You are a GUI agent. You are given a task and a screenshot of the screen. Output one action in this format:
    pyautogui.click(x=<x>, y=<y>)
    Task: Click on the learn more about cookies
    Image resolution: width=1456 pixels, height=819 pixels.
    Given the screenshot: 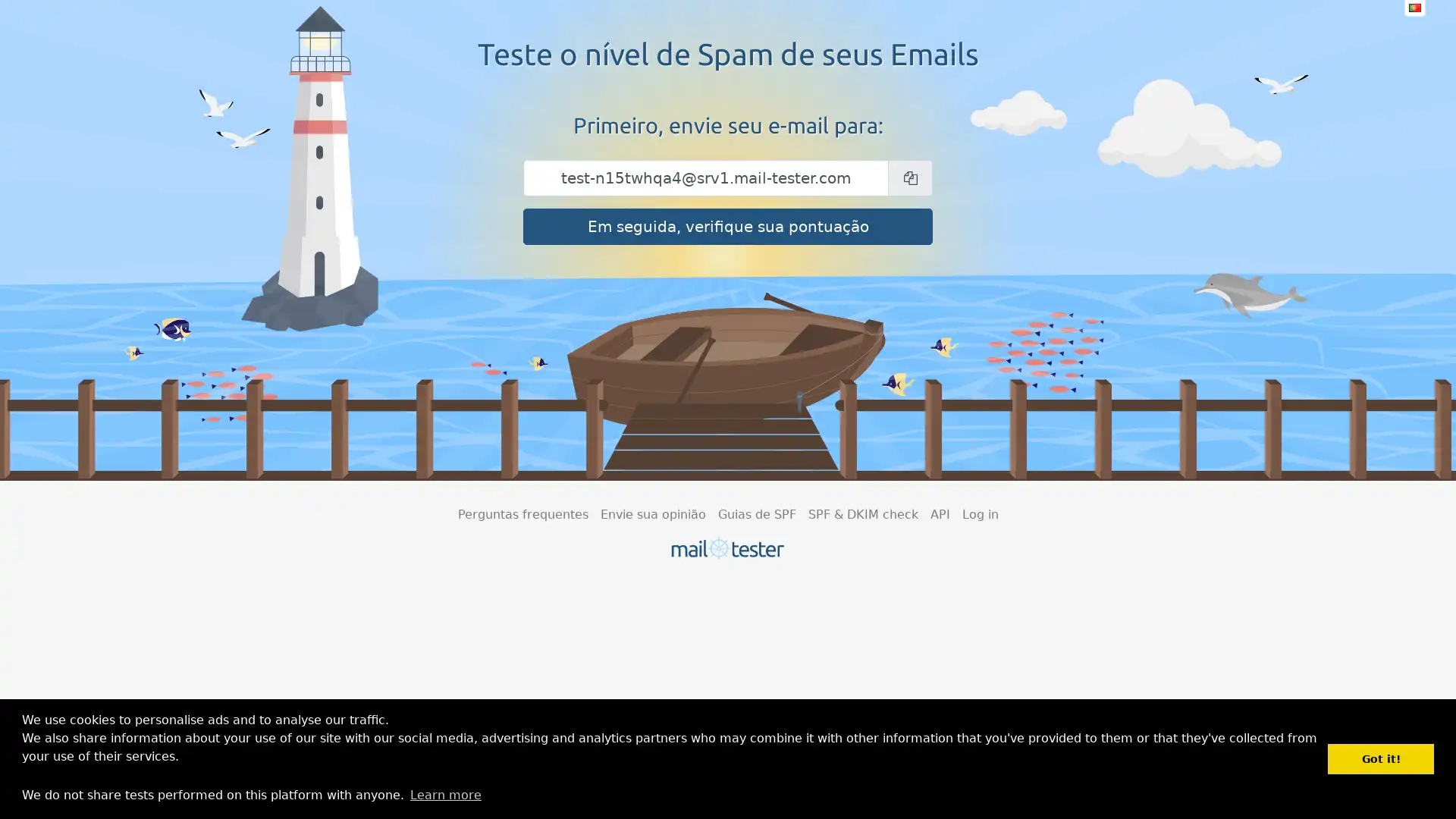 What is the action you would take?
    pyautogui.click(x=444, y=794)
    